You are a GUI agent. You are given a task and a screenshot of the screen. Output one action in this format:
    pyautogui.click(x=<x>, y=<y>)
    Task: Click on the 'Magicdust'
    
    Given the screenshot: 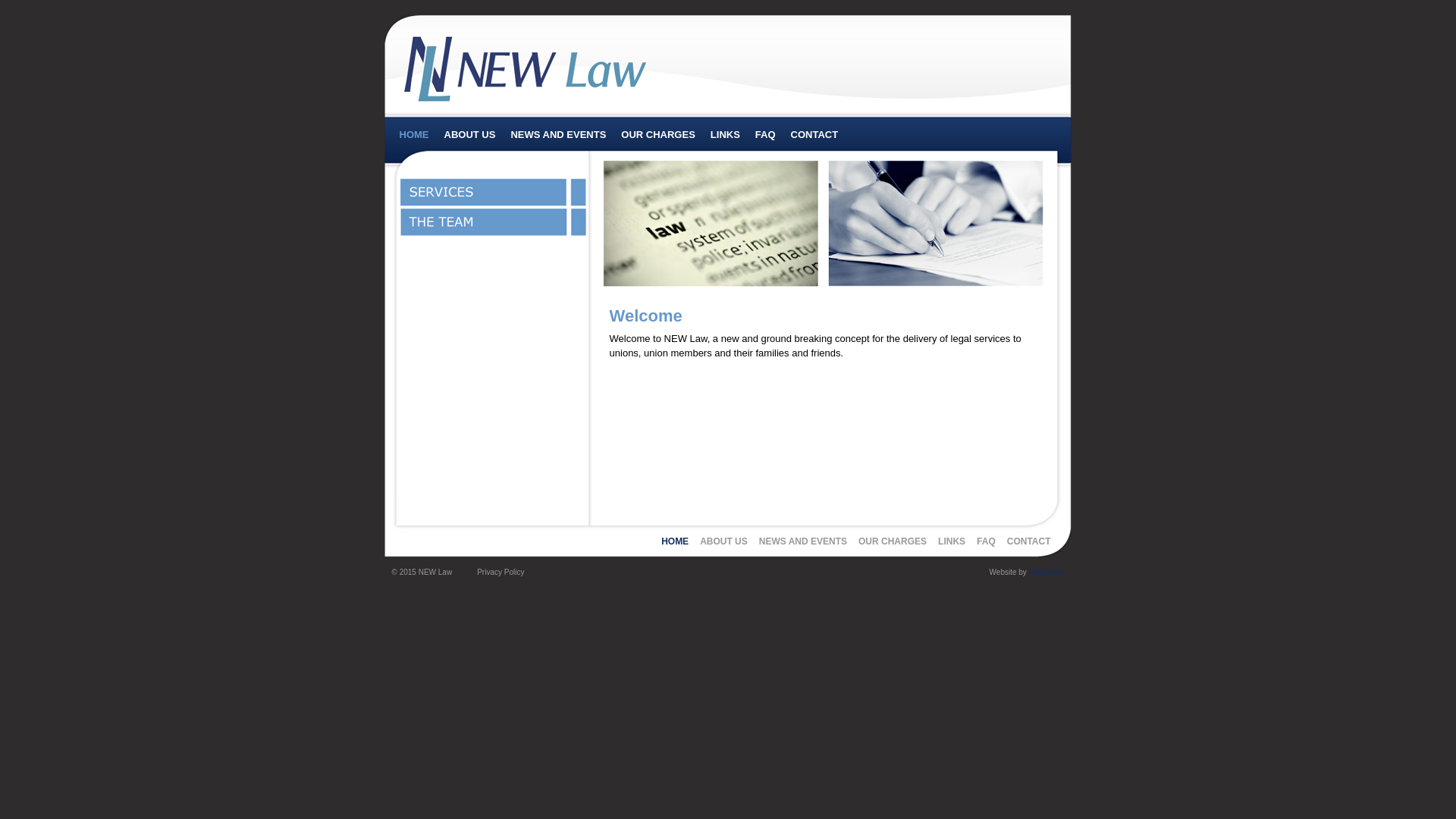 What is the action you would take?
    pyautogui.click(x=1029, y=572)
    